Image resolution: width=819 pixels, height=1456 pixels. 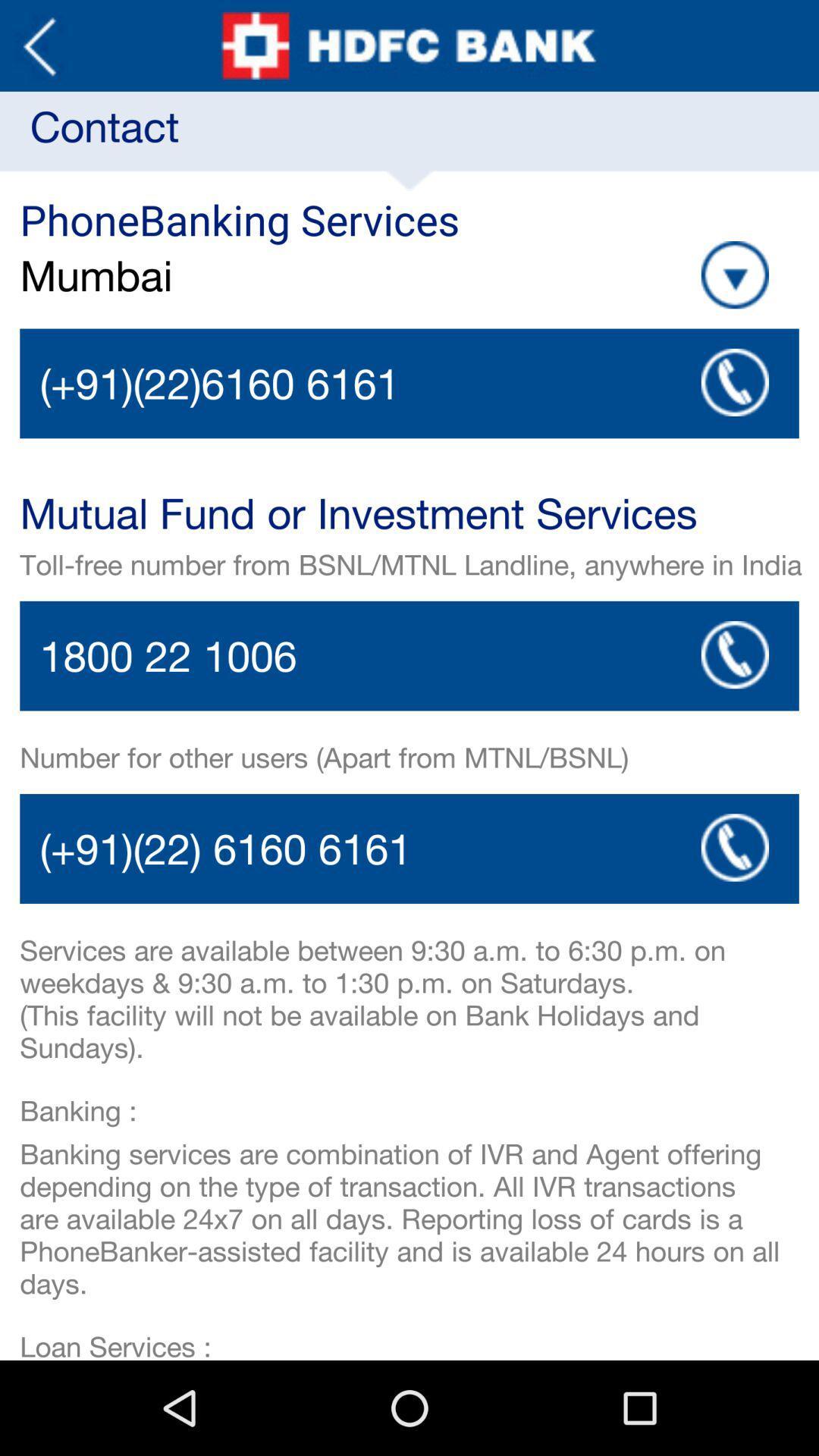 What do you see at coordinates (39, 45) in the screenshot?
I see `previous` at bounding box center [39, 45].